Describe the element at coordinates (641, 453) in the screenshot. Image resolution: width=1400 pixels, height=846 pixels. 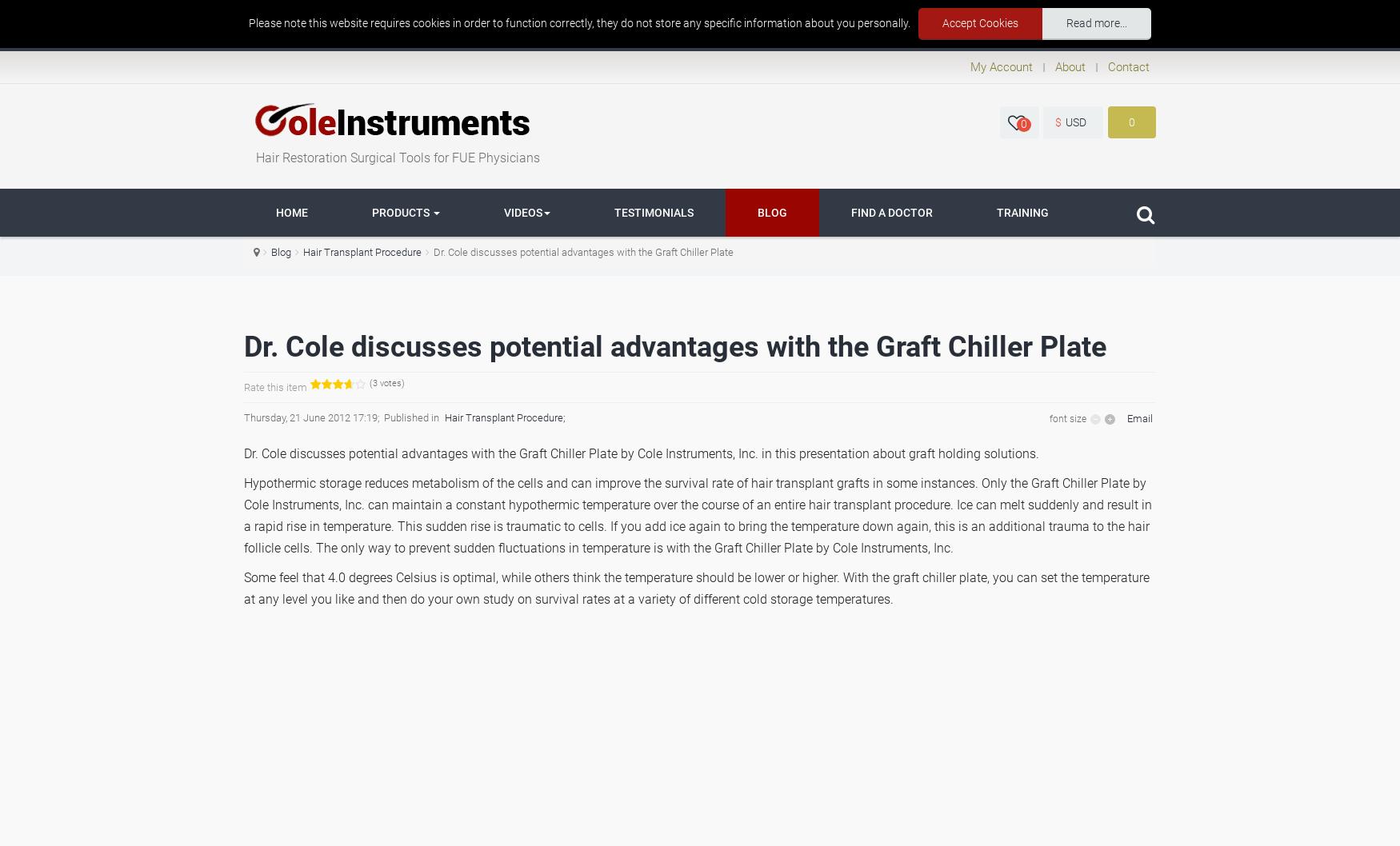
I see `'Dr. Cole discusses potential advantages with the Graft Chiller Plate by Cole Instruments, Inc. in this presentation about graft holding solutions.'` at that location.